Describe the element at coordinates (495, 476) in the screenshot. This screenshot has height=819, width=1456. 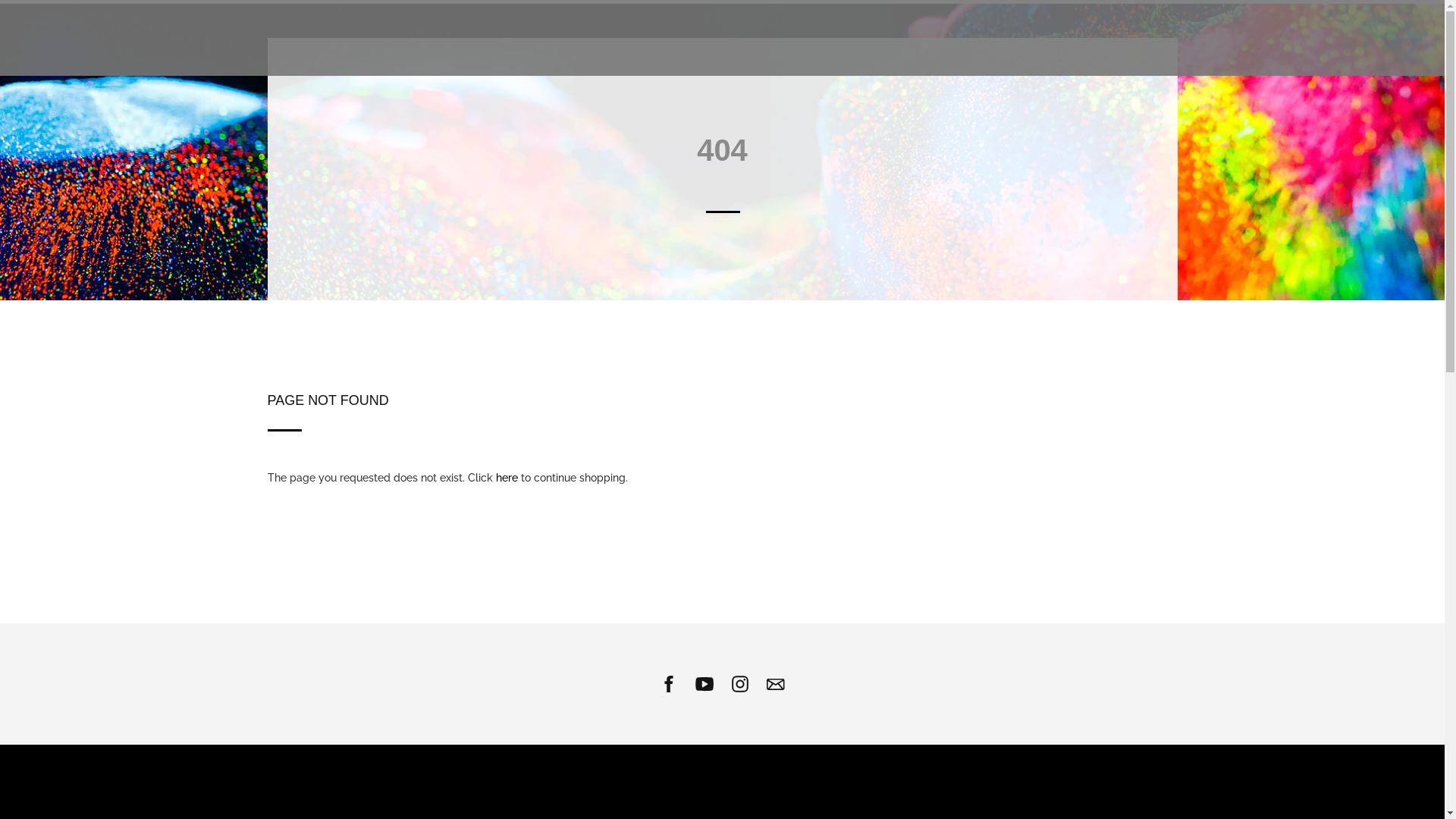
I see `'here'` at that location.